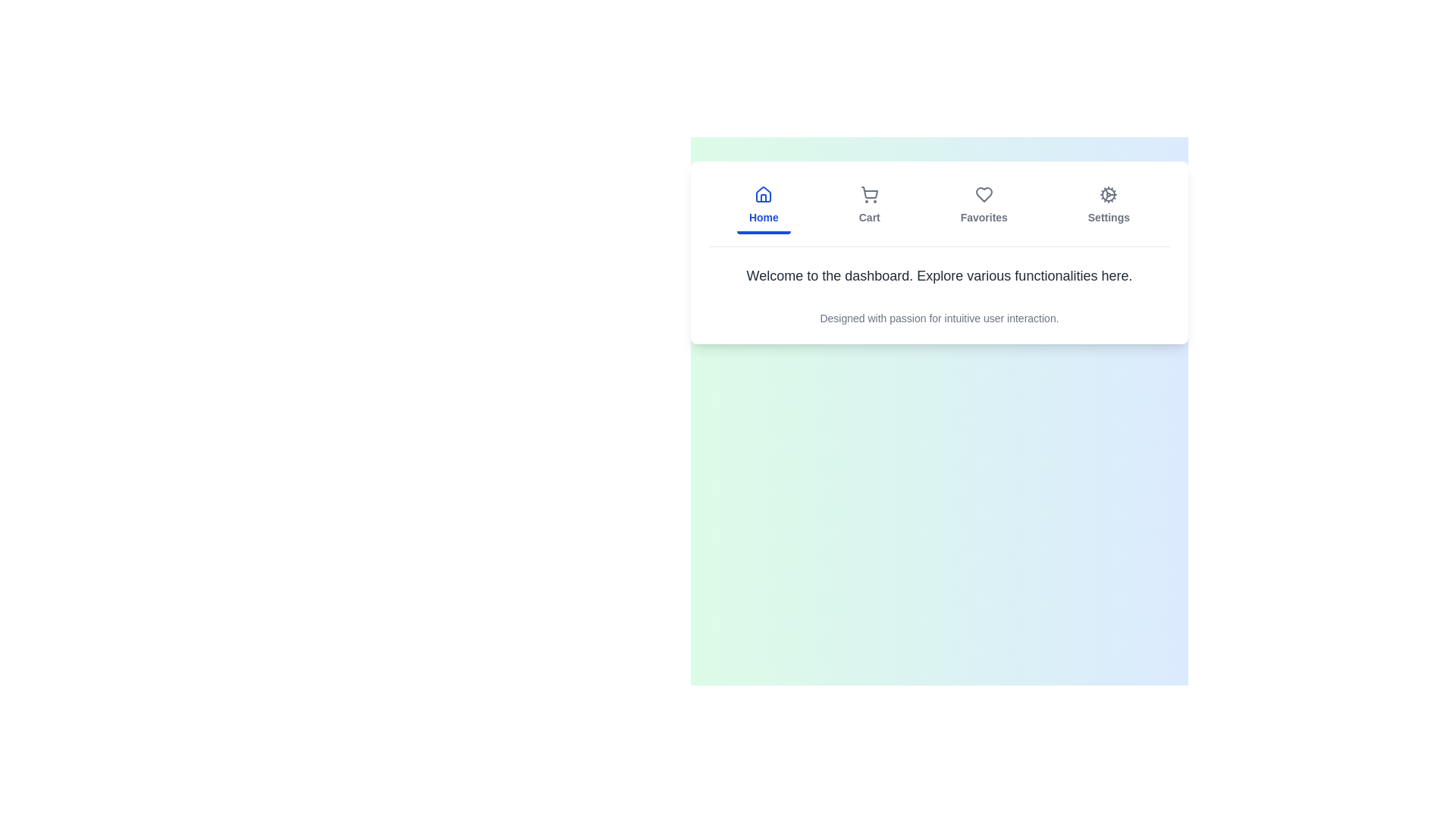 Image resolution: width=1456 pixels, height=819 pixels. I want to click on the 'Settings' label located below the cogwheel icon in the top right section of the horizontal navigation bar, so click(1109, 217).